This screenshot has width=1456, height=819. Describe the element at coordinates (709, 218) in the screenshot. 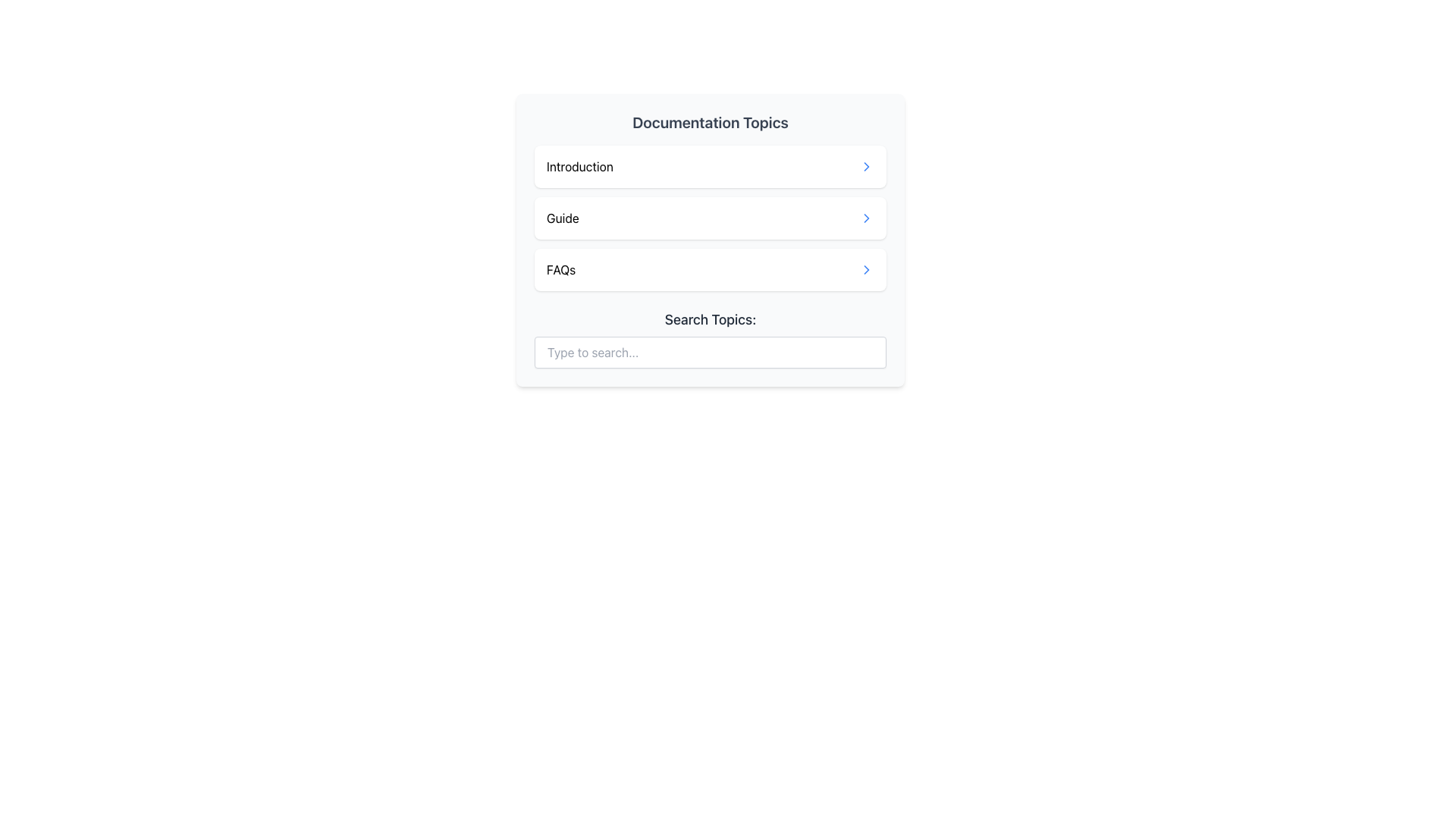

I see `the second card styled as a button in the 'Documentation Topics' section` at that location.